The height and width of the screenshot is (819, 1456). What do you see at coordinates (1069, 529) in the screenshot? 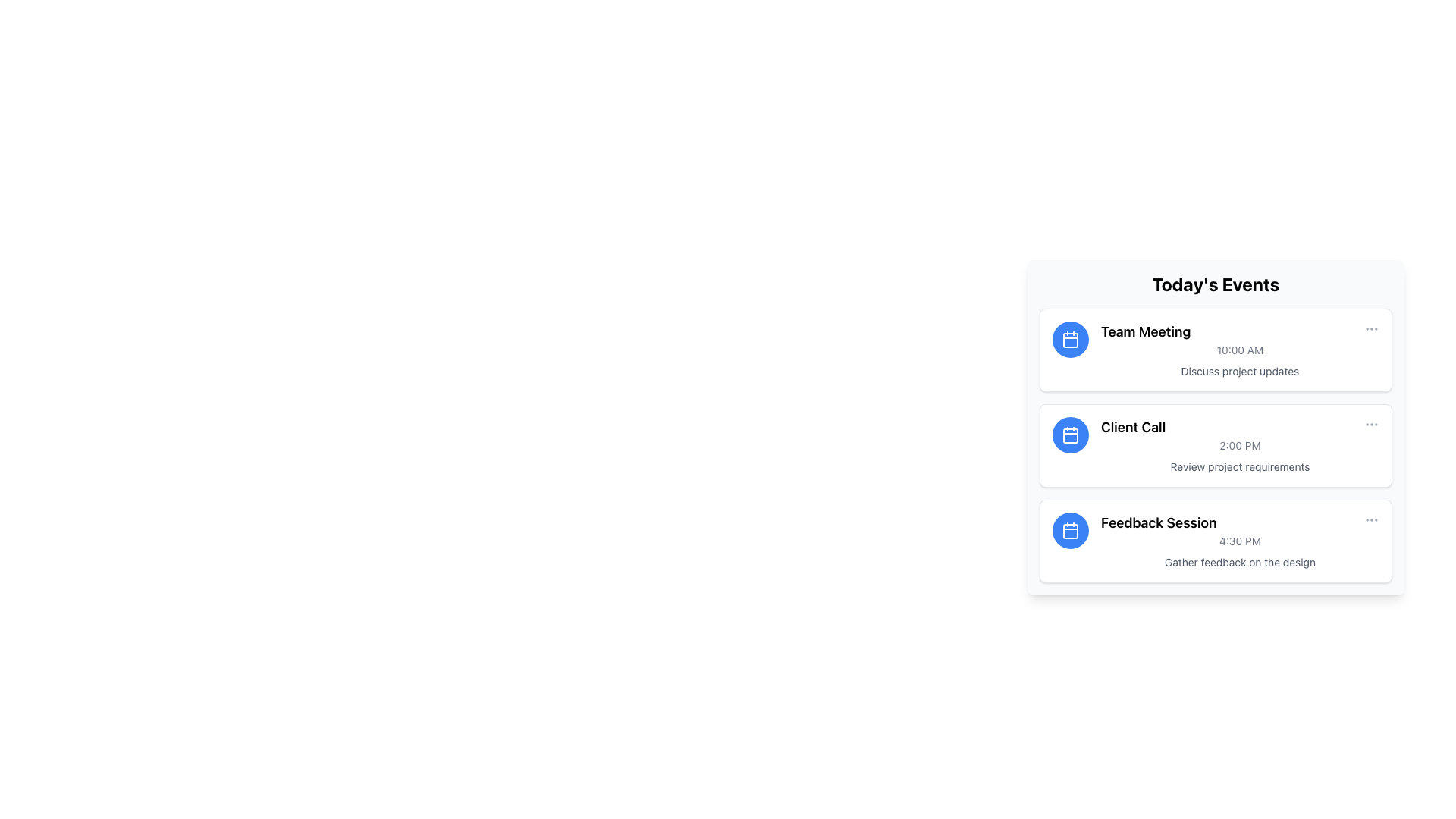
I see `the calendar icon with a blue background and white stroke, which is located next to the 'Feedback Session' label in the event listing` at bounding box center [1069, 529].